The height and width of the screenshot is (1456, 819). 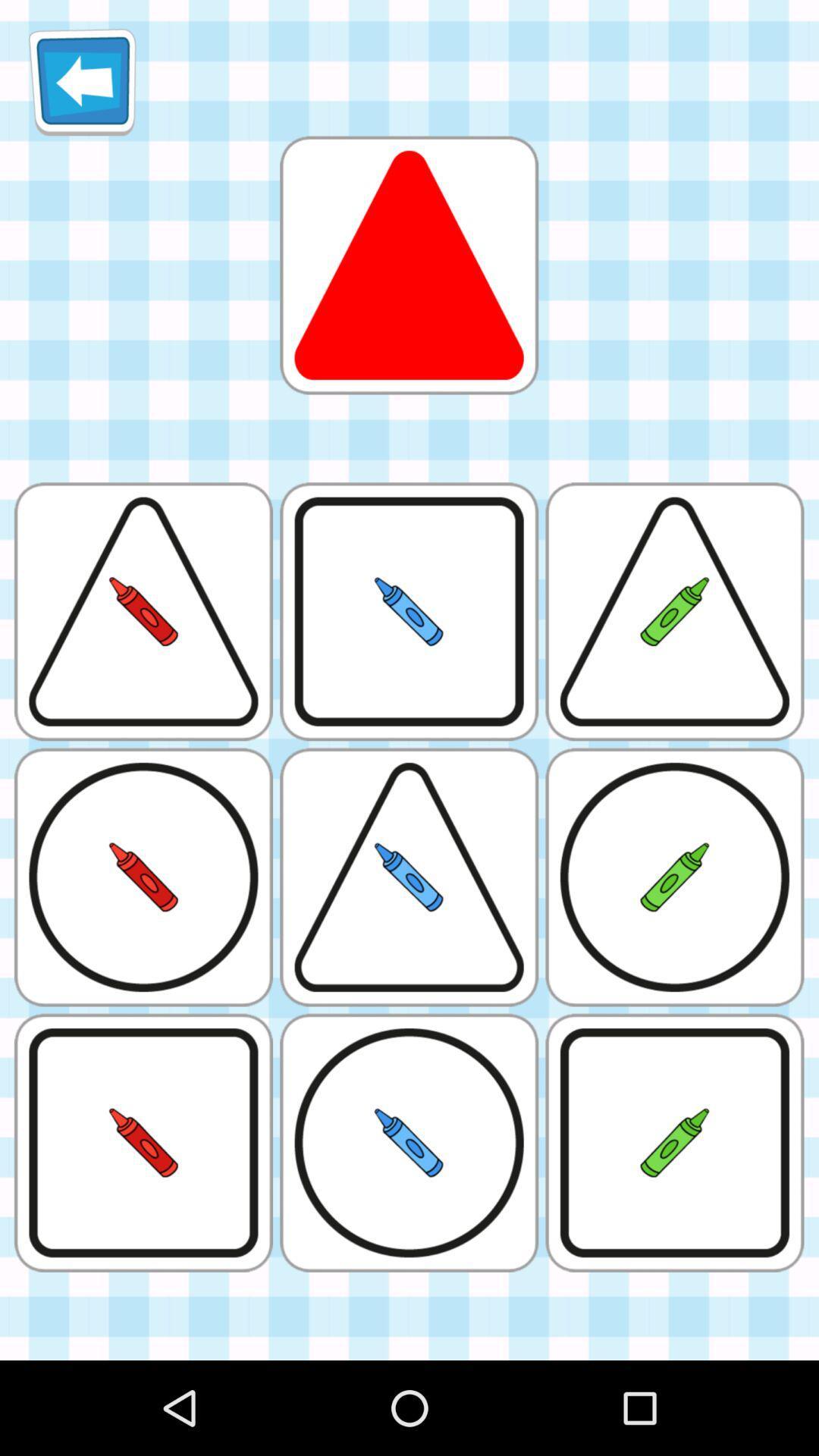 I want to click on the first red colour which is at the top of the page, so click(x=409, y=265).